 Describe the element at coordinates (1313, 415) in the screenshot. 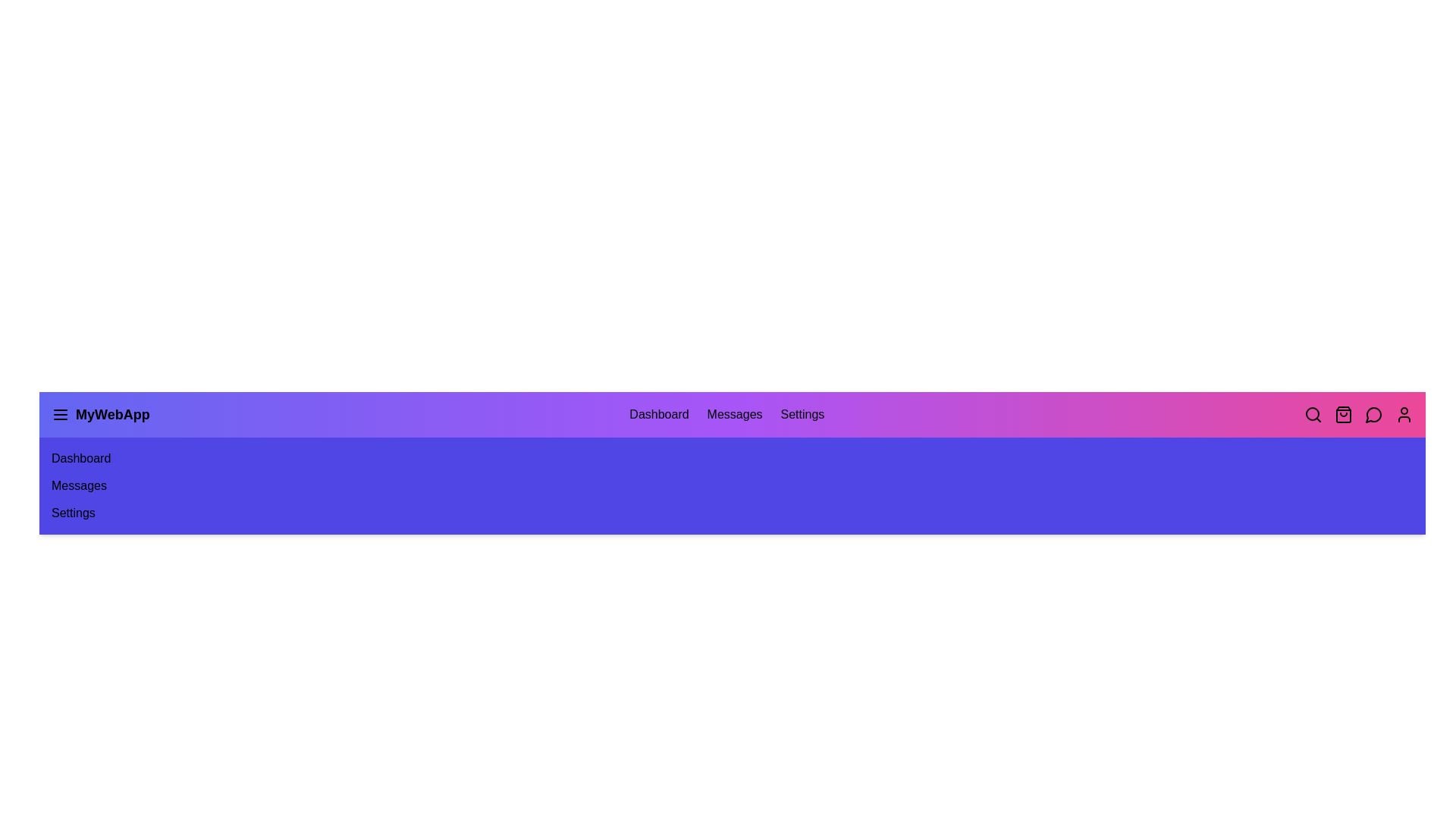

I see `the search icon in the EnhancedAppBar` at that location.